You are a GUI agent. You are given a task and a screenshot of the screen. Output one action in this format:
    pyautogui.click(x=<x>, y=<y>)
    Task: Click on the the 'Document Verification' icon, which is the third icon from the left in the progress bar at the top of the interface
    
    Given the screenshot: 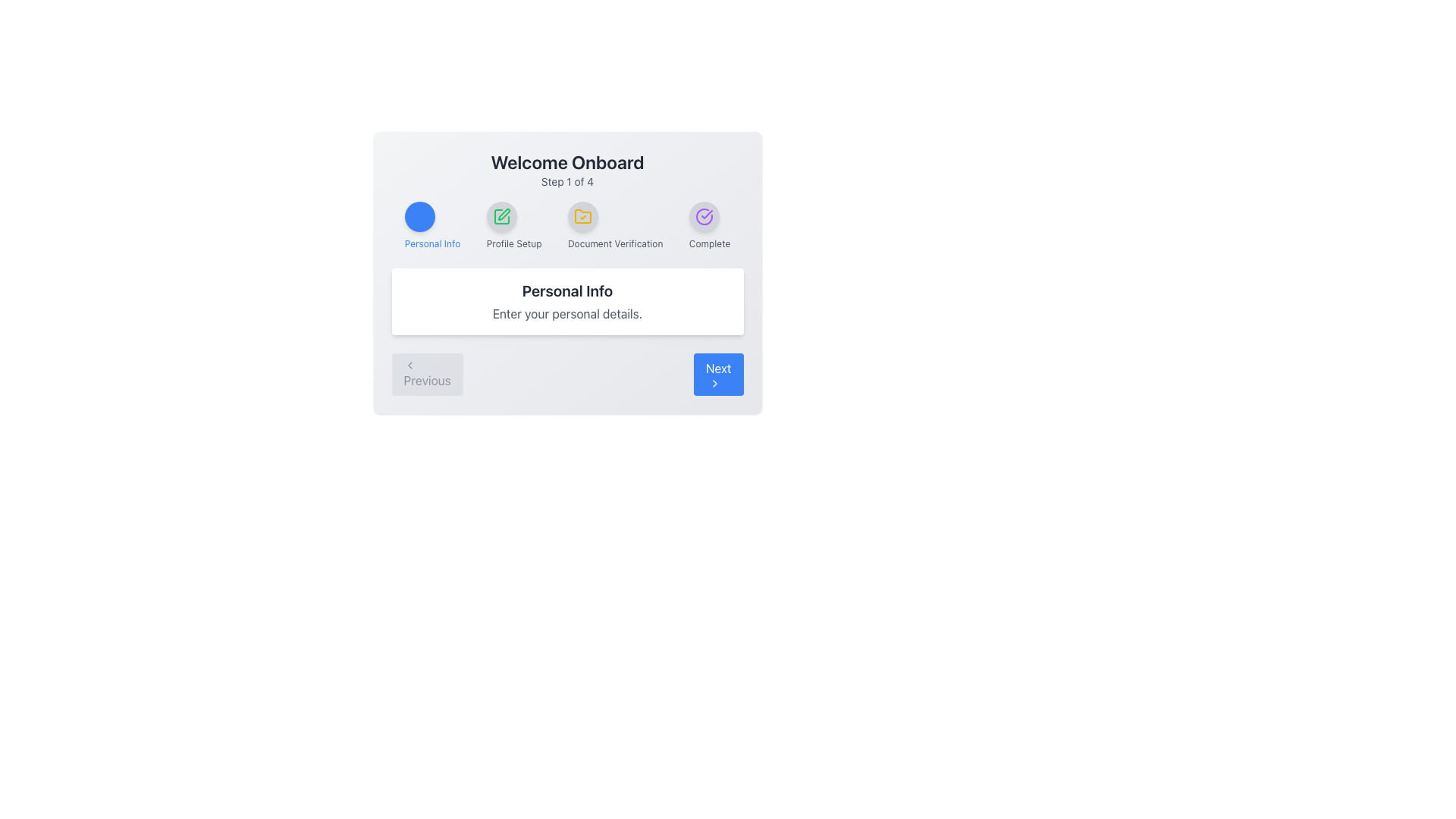 What is the action you would take?
    pyautogui.click(x=582, y=216)
    